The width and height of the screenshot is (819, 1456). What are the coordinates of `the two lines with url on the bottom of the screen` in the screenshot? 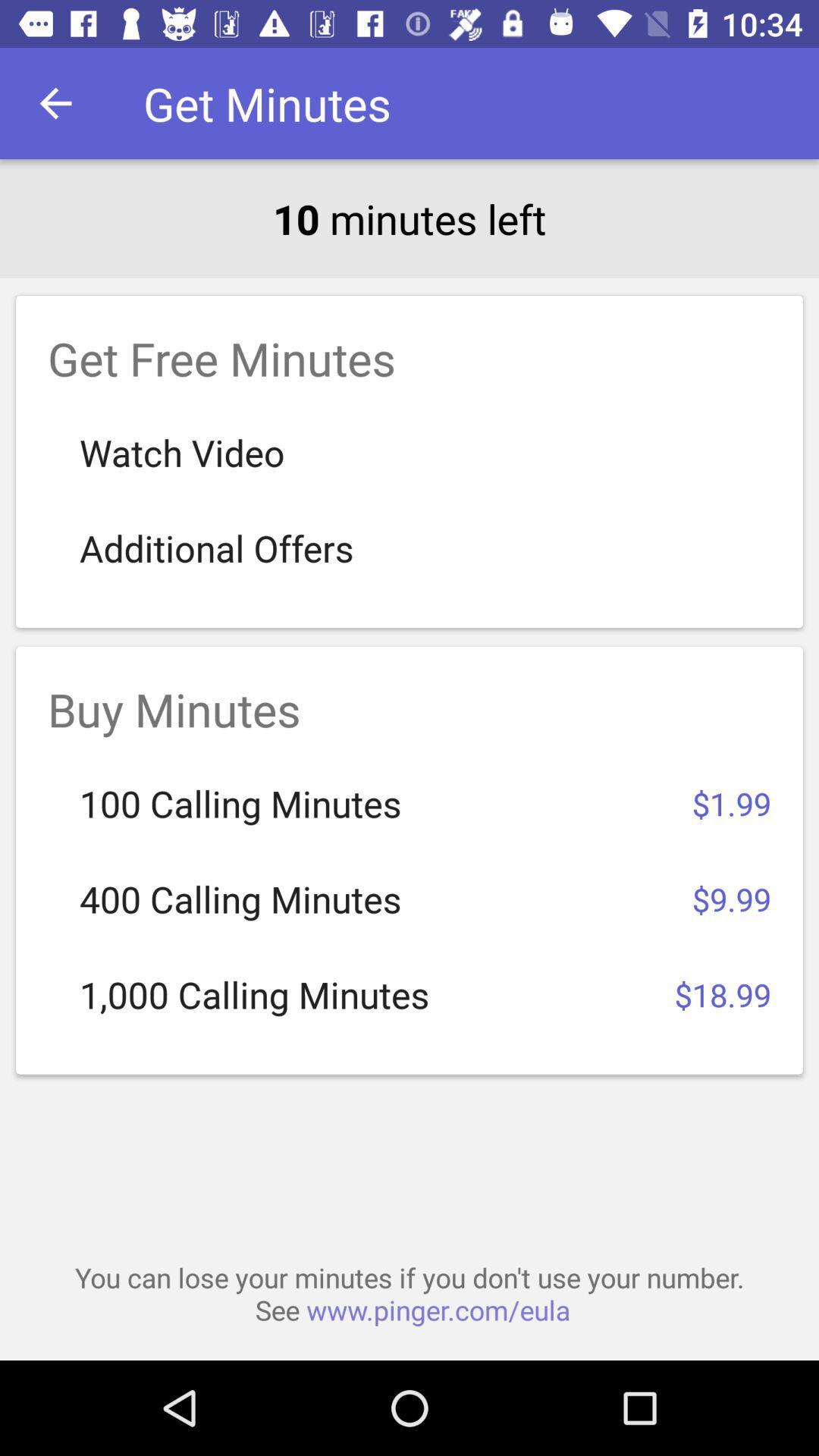 It's located at (409, 1293).